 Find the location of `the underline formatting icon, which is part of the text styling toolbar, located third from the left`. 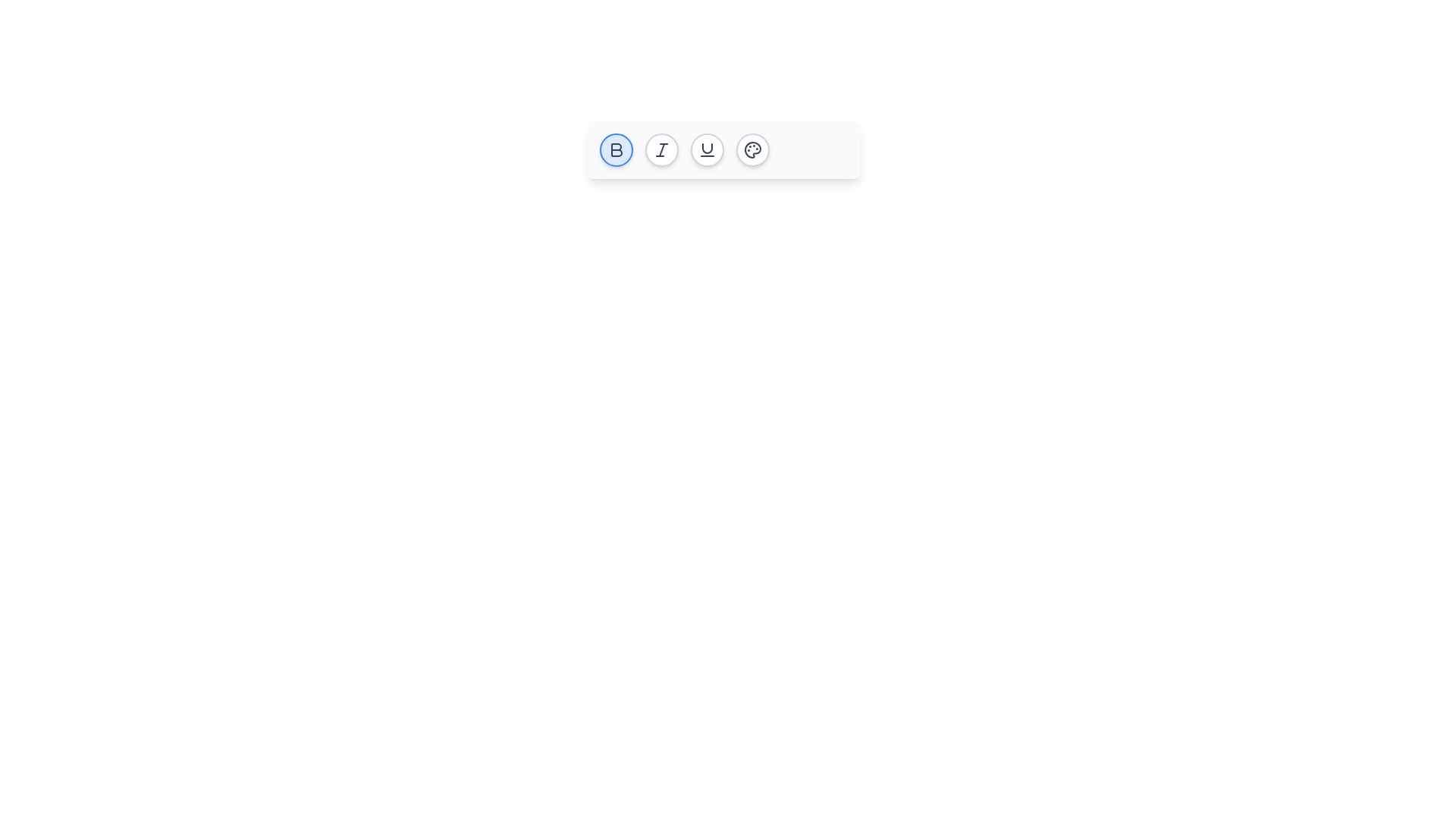

the underline formatting icon, which is part of the text styling toolbar, located third from the left is located at coordinates (706, 149).